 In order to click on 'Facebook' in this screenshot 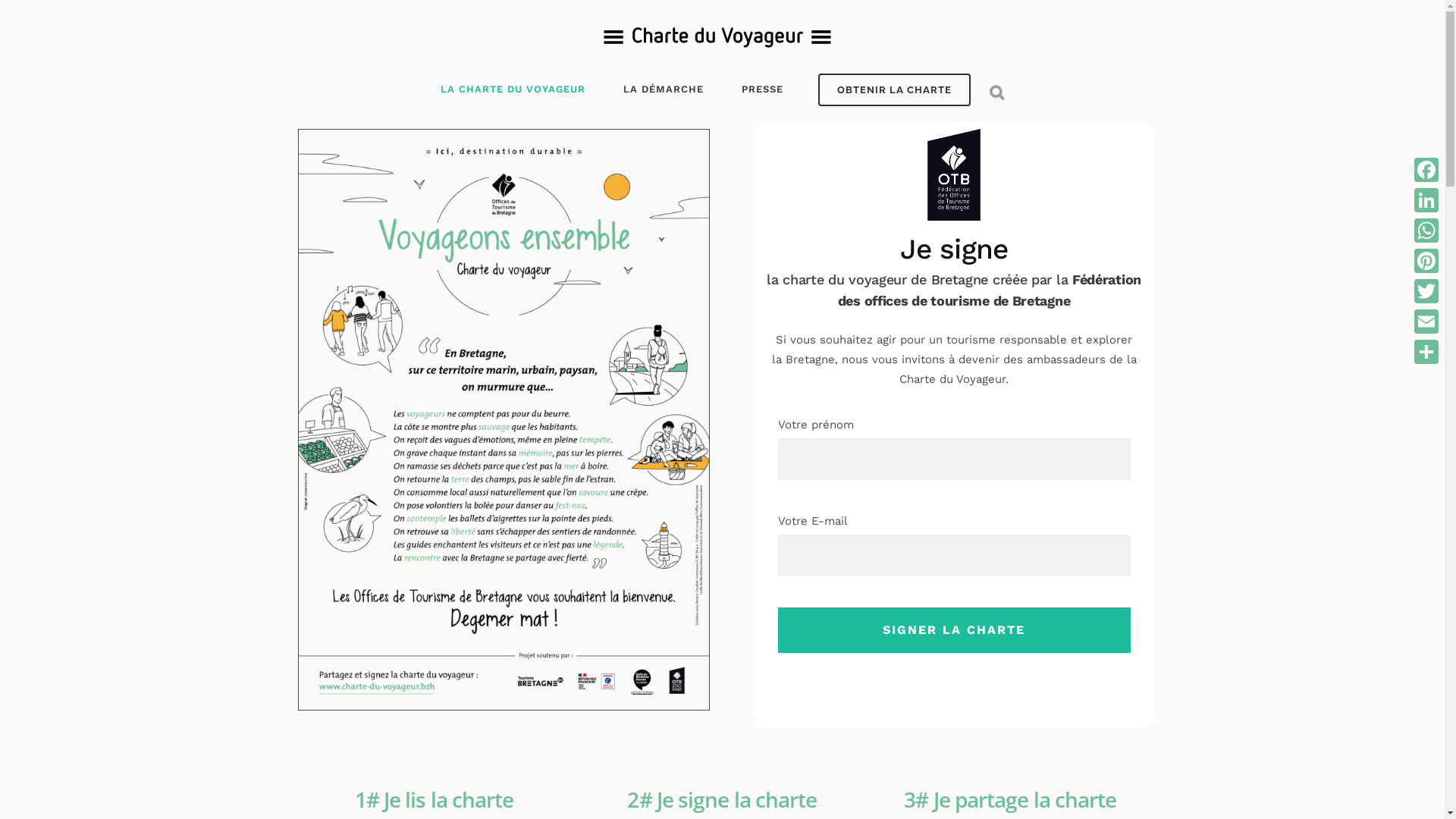, I will do `click(1426, 169)`.